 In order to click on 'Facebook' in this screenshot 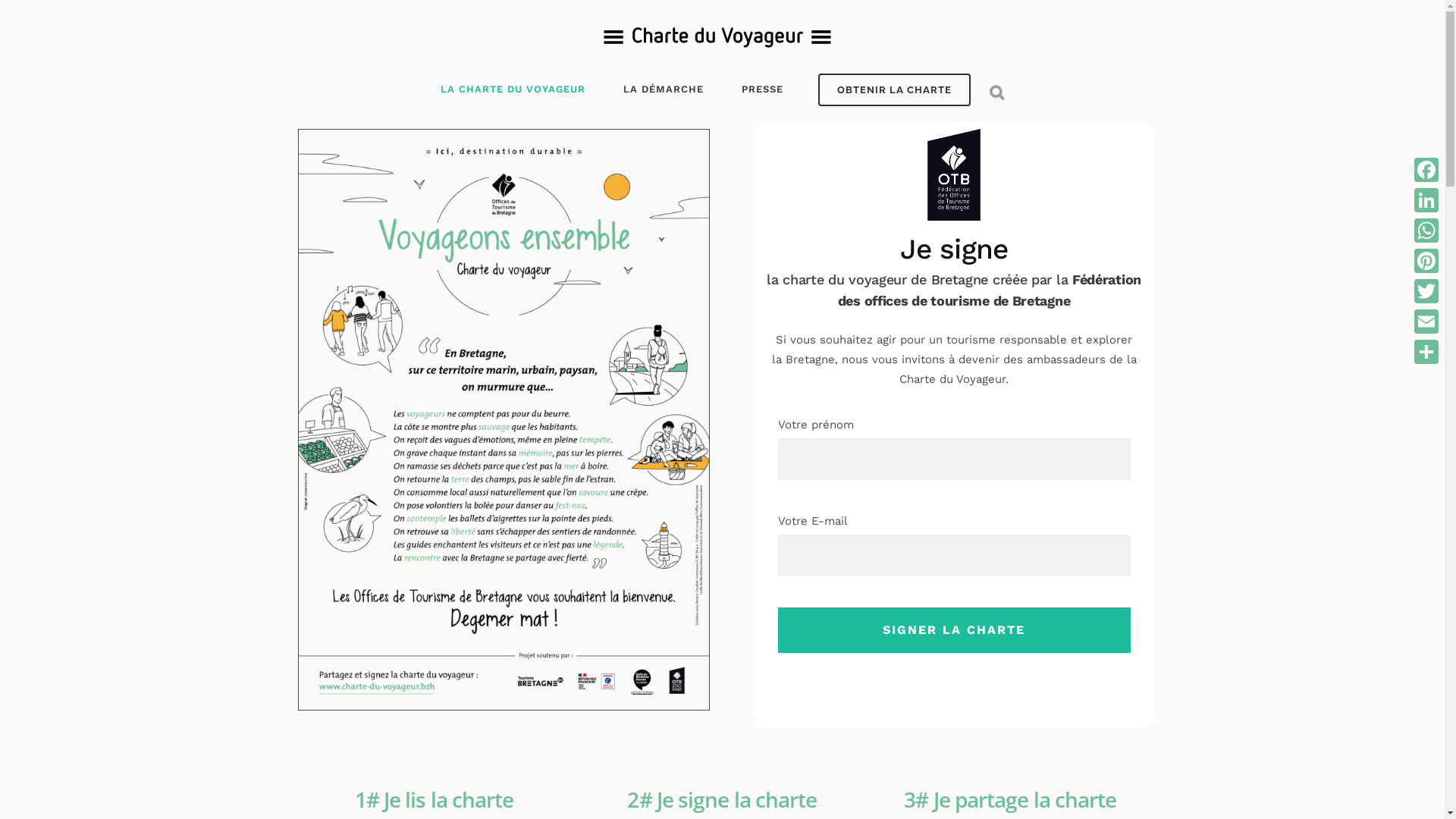, I will do `click(1426, 169)`.